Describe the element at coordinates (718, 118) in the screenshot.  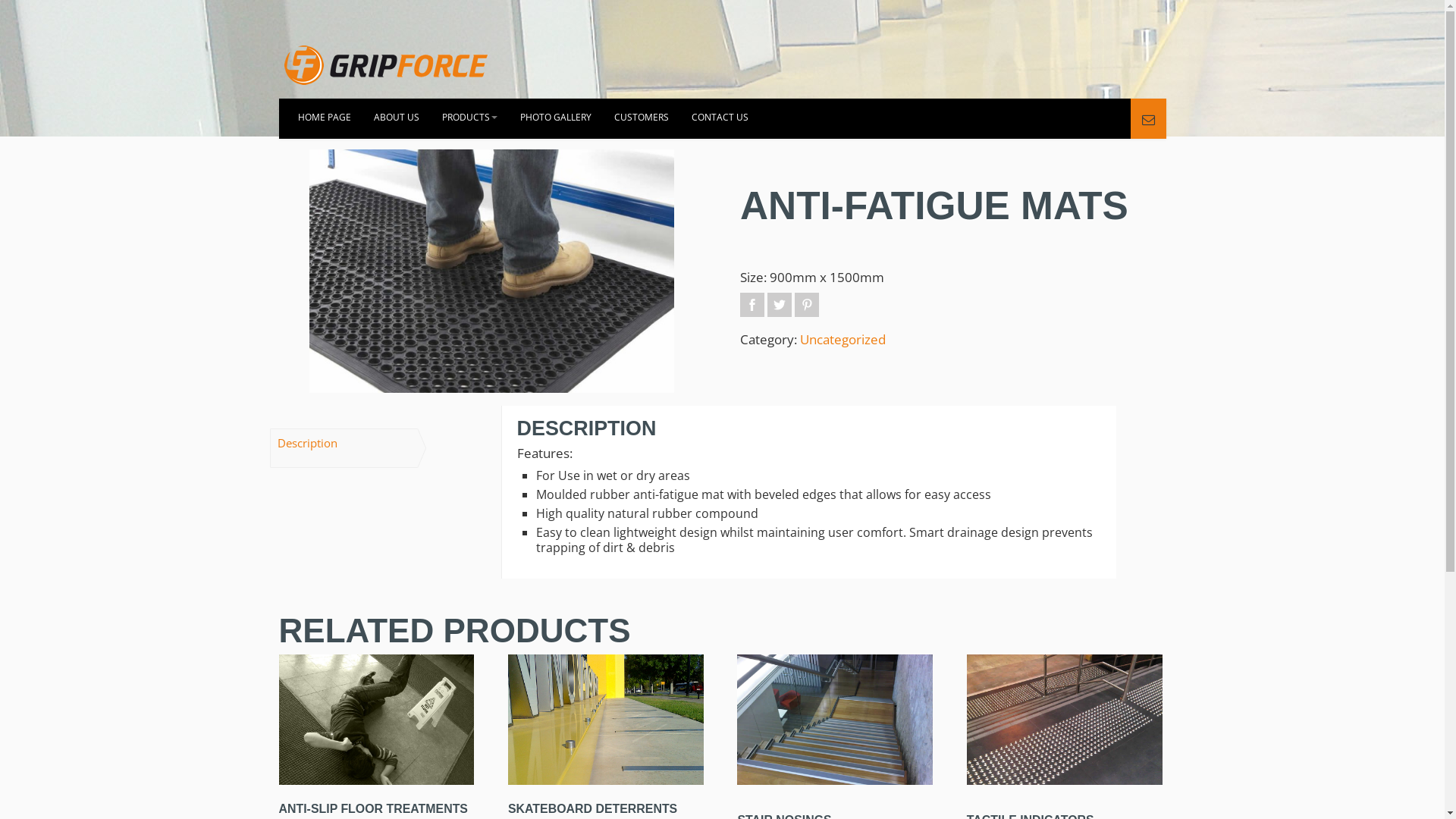
I see `'CONTACT US'` at that location.